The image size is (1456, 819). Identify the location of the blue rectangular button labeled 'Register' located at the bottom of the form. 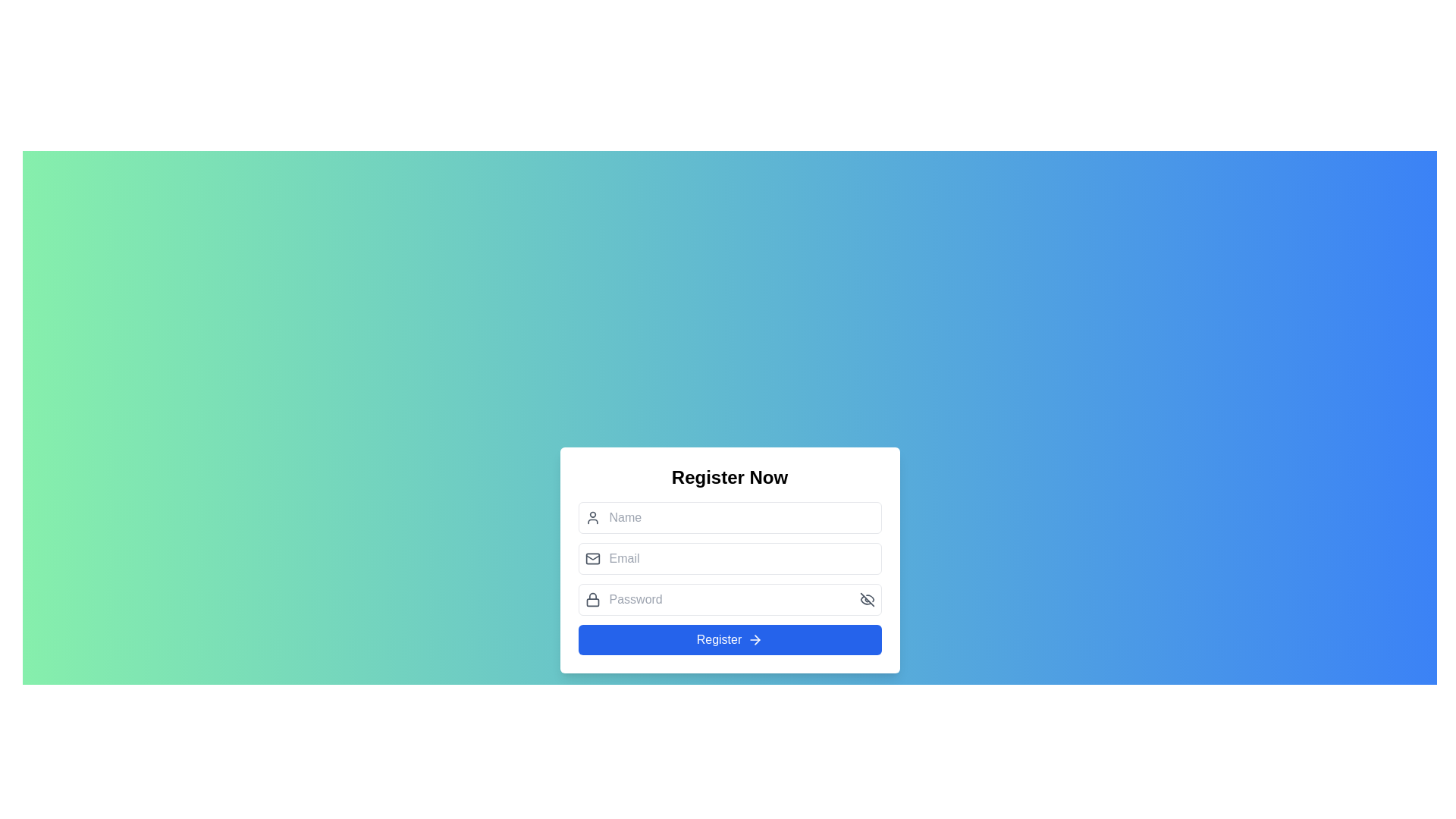
(730, 640).